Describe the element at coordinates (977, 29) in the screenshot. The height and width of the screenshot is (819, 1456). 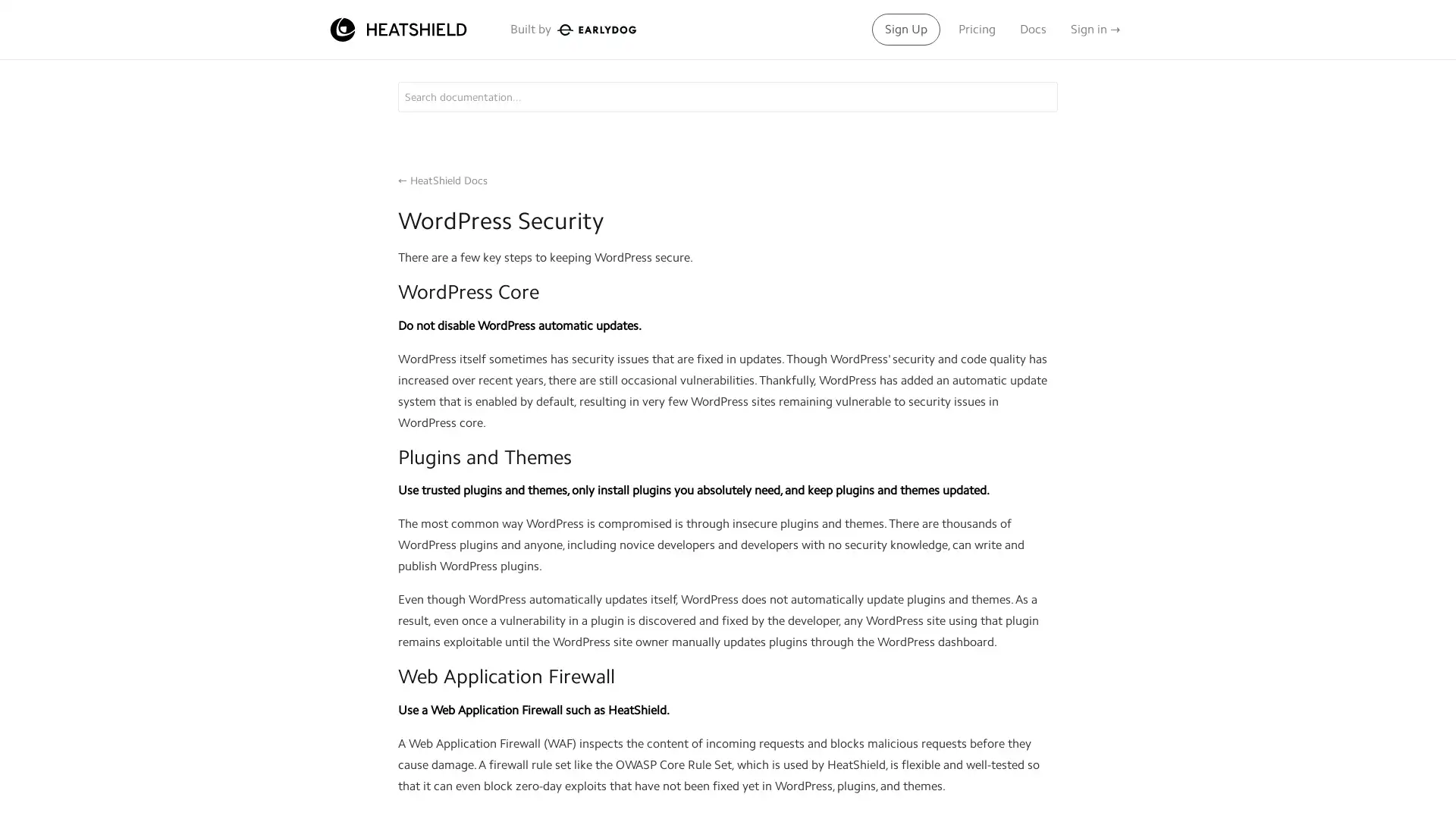
I see `Pricing` at that location.